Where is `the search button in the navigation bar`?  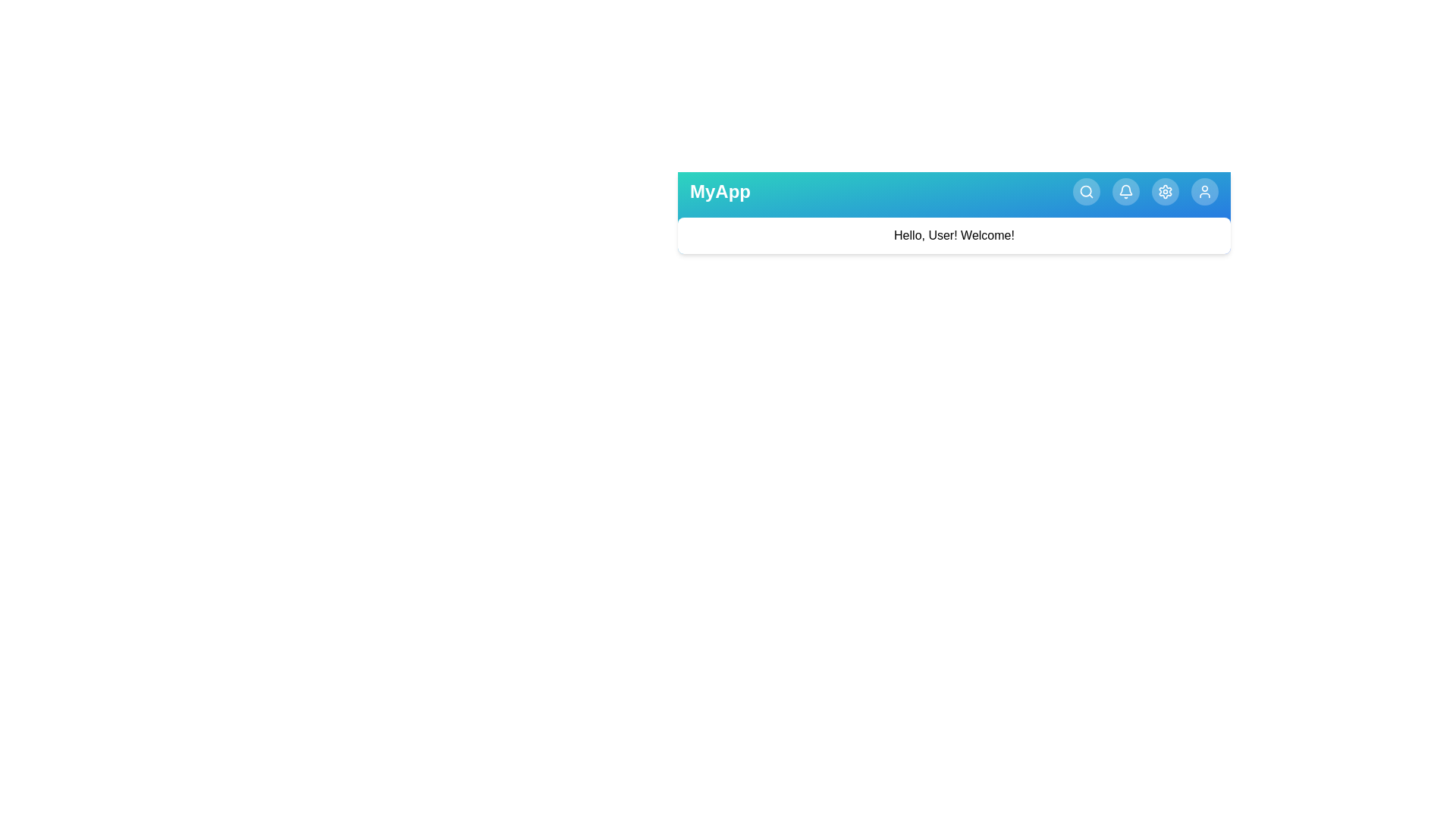
the search button in the navigation bar is located at coordinates (1086, 191).